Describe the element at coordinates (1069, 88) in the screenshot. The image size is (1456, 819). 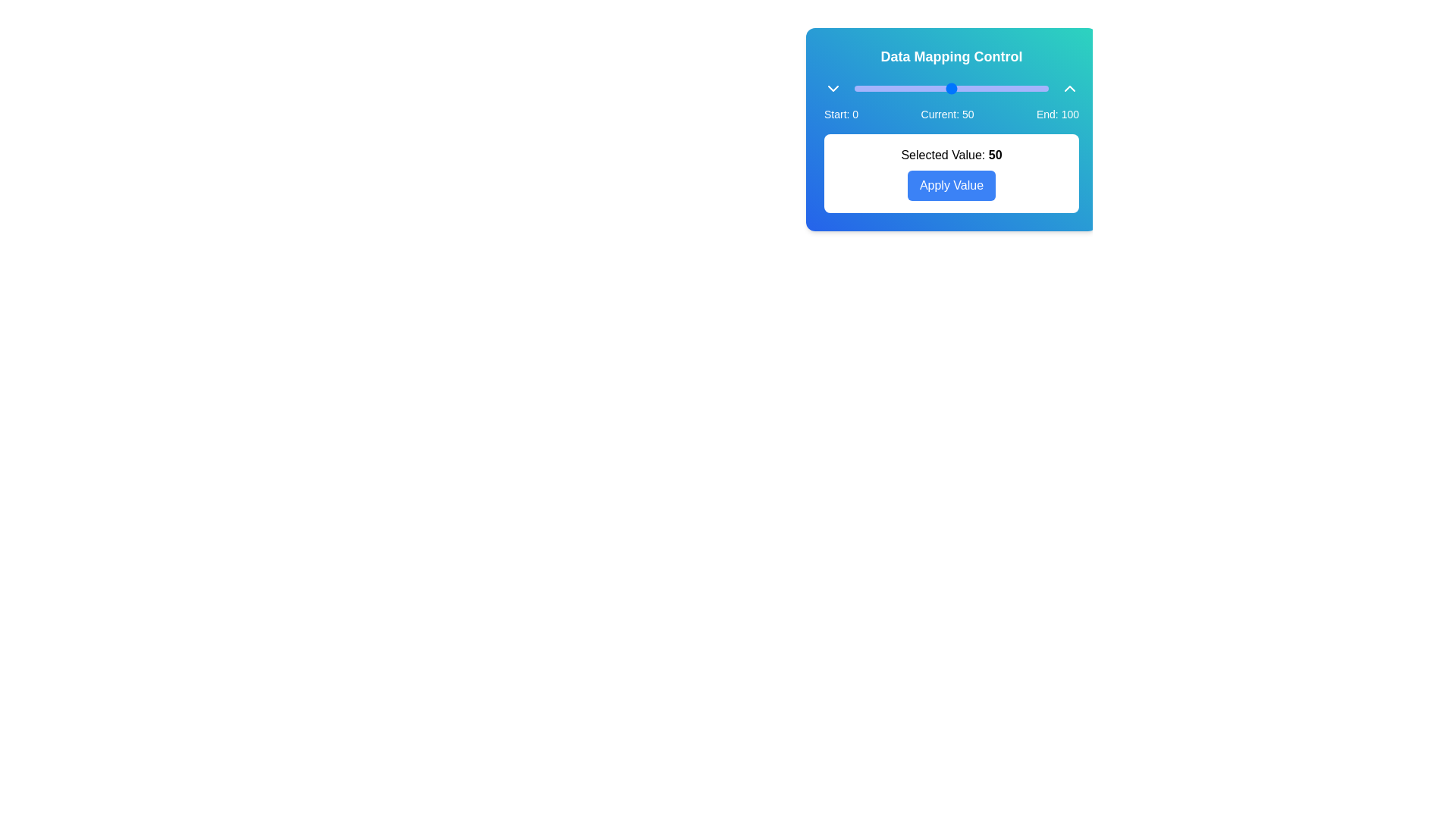
I see `the upward navigation icon located at the top-right of the application's main interface` at that location.